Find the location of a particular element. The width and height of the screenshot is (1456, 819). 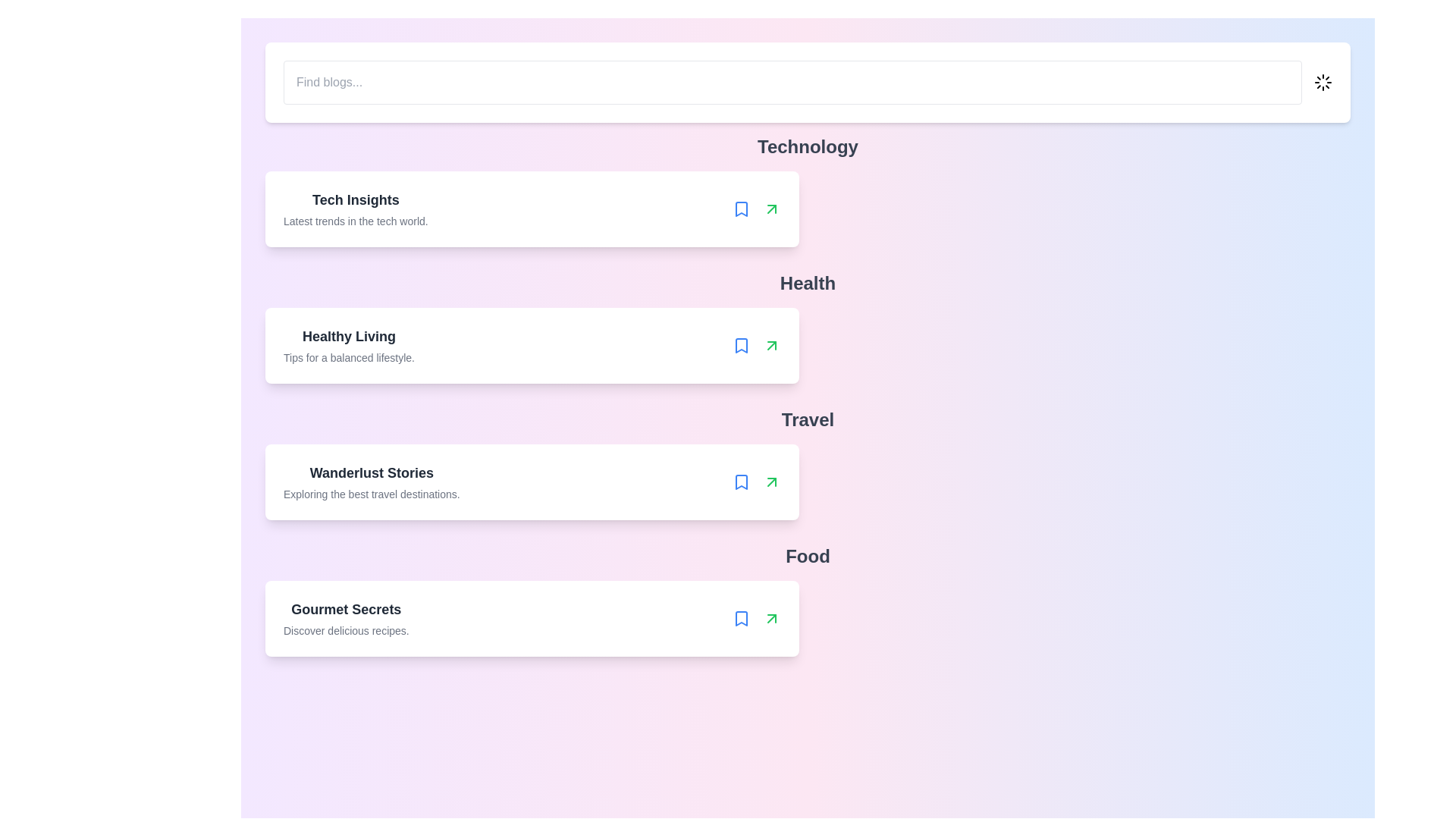

the bookmarking icon located in the top-right corner of the 'Tech Insights' card, which is the first card under the 'Technology' category is located at coordinates (741, 209).